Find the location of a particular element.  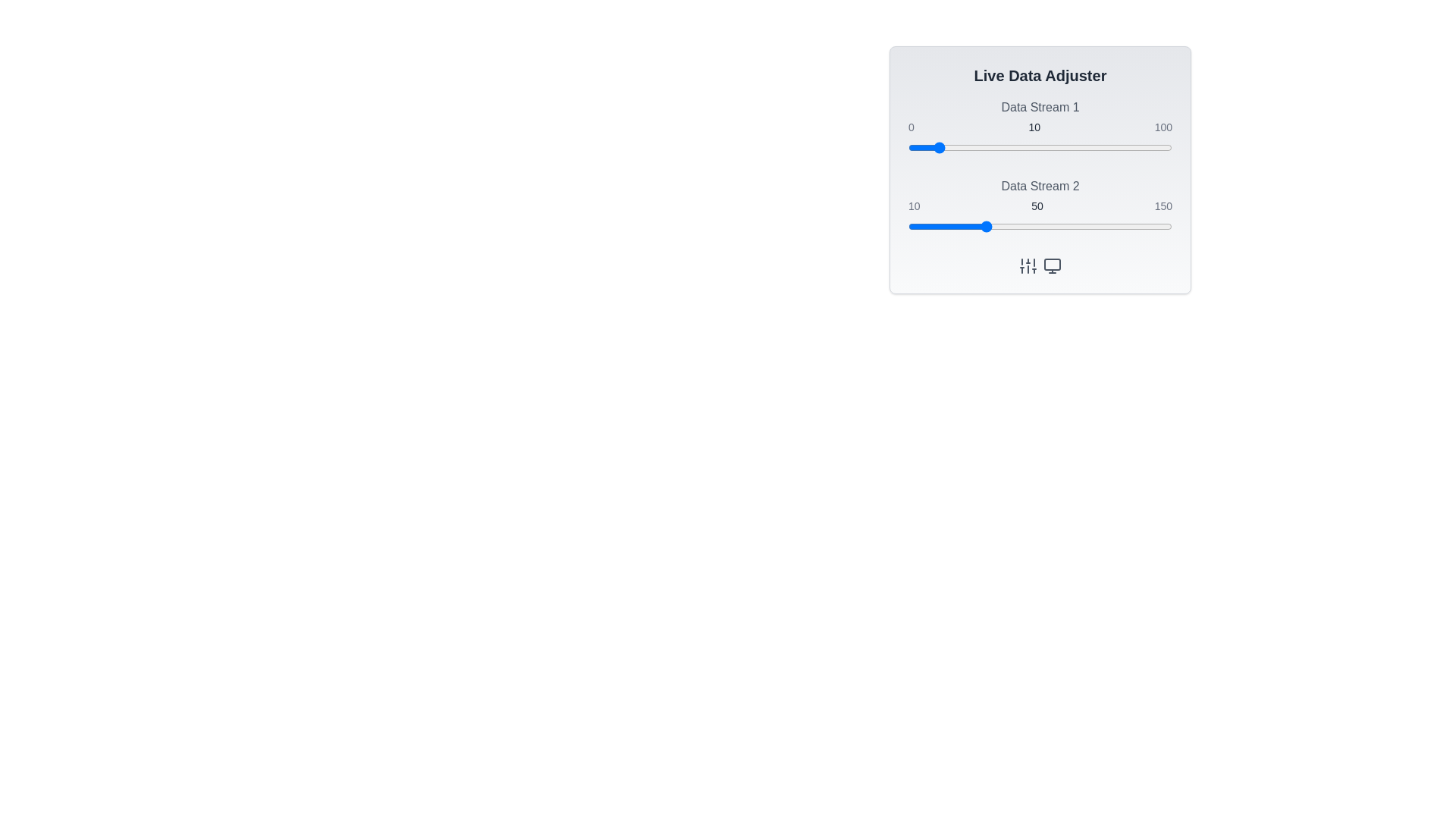

the Data Stream 2 value is located at coordinates (1045, 227).